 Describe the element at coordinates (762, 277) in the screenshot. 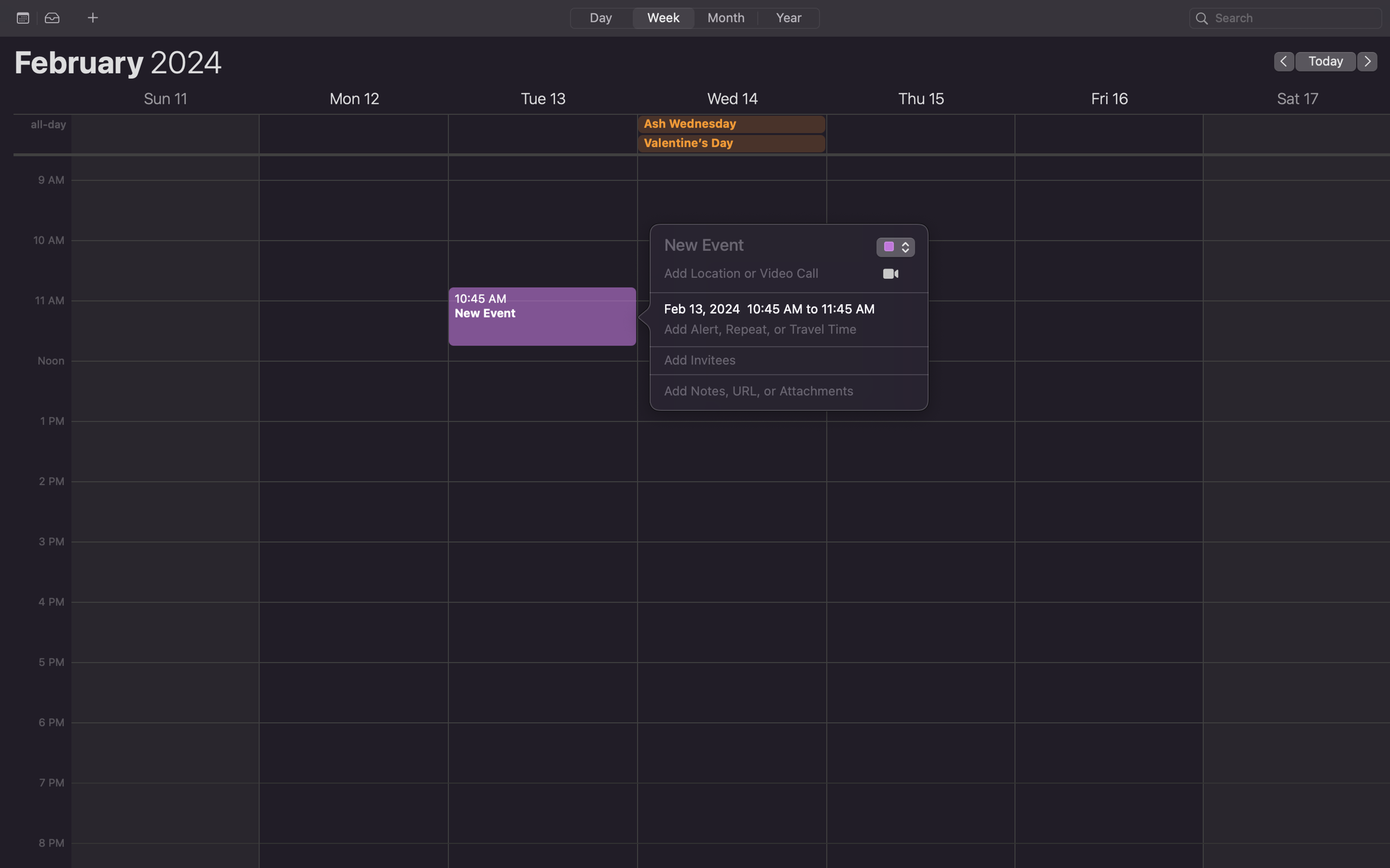

I see `Insert the location "Gates Hillman Center` at that location.